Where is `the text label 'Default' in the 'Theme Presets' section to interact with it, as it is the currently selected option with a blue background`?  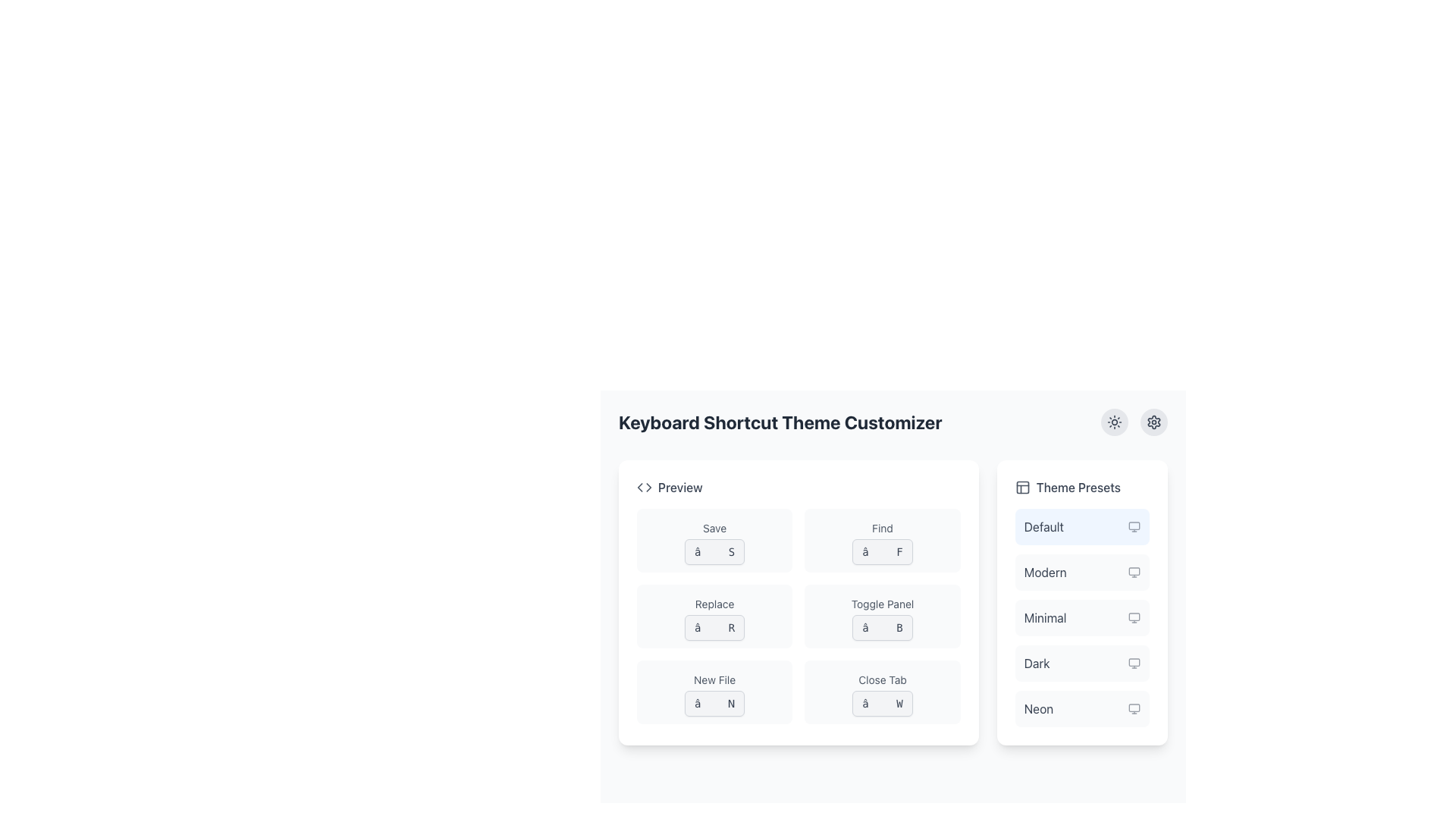
the text label 'Default' in the 'Theme Presets' section to interact with it, as it is the currently selected option with a blue background is located at coordinates (1043, 526).